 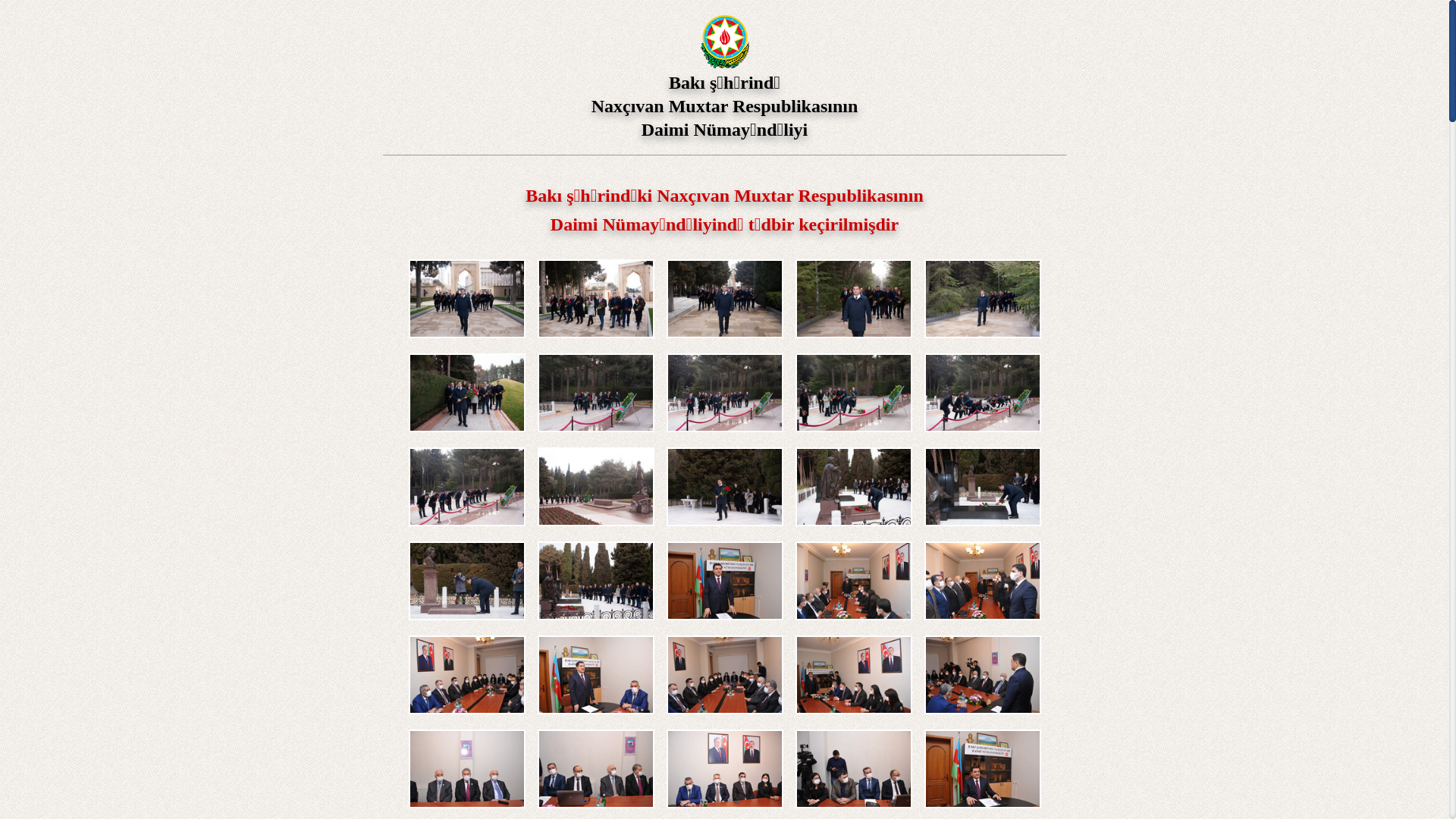 I want to click on 'Click to enlarge', so click(x=852, y=298).